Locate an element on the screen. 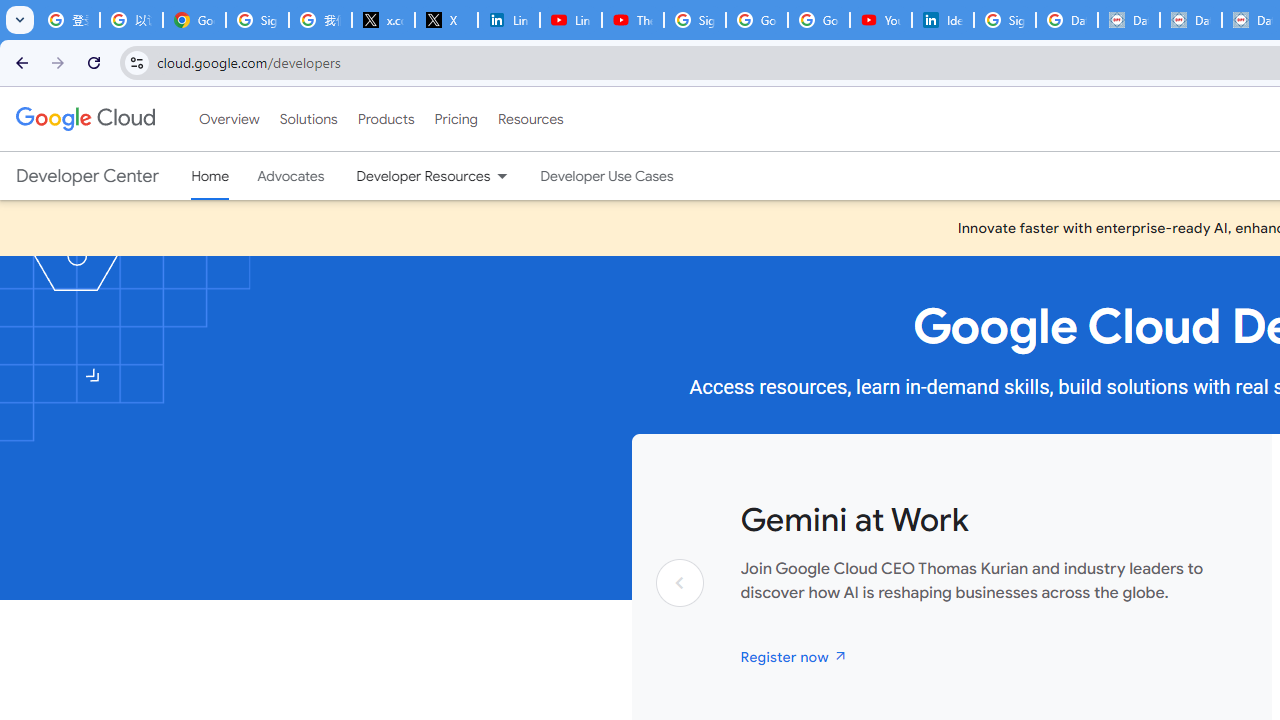  'Pricing' is located at coordinates (454, 119).